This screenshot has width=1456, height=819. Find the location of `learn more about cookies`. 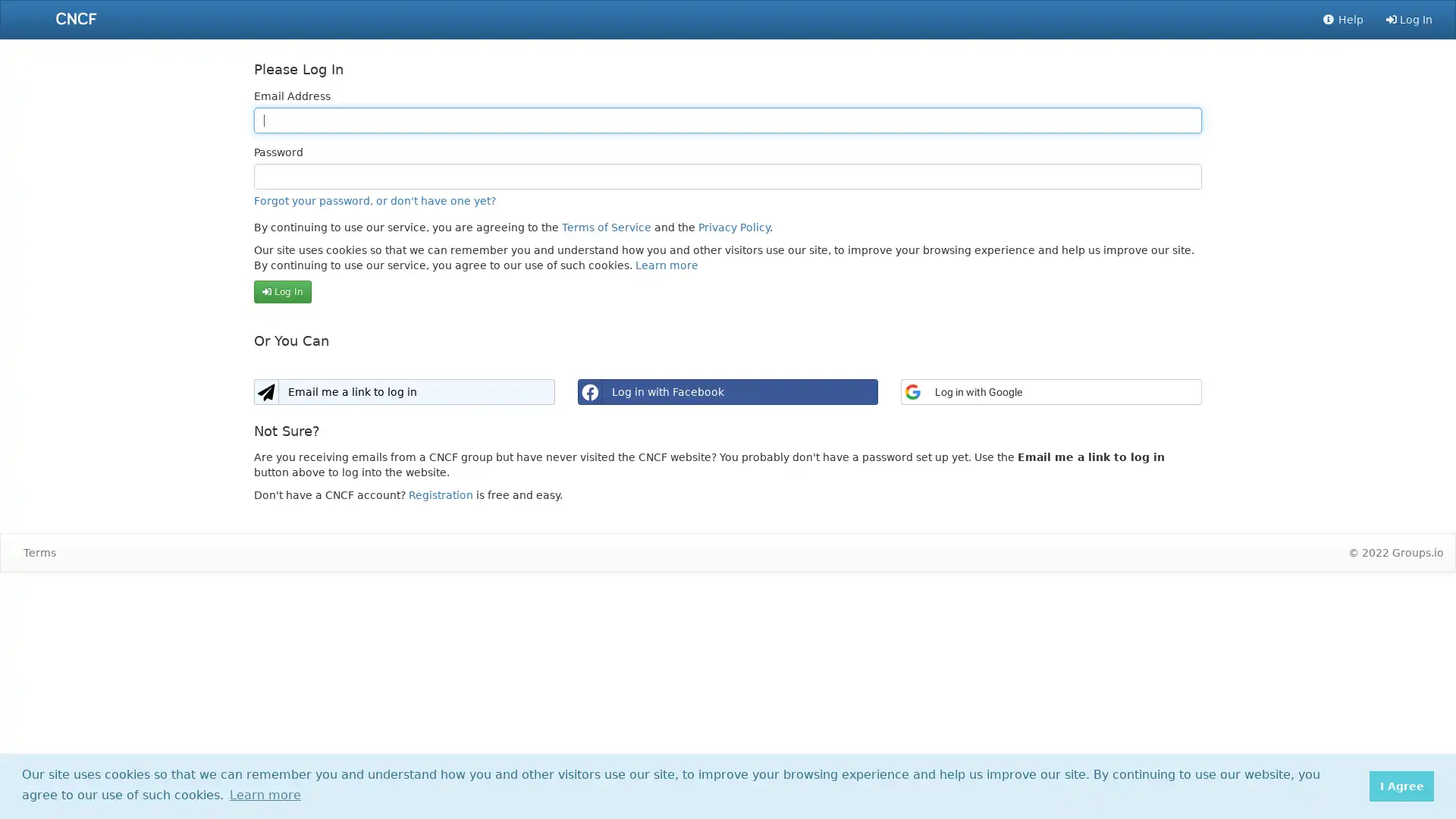

learn more about cookies is located at coordinates (265, 794).